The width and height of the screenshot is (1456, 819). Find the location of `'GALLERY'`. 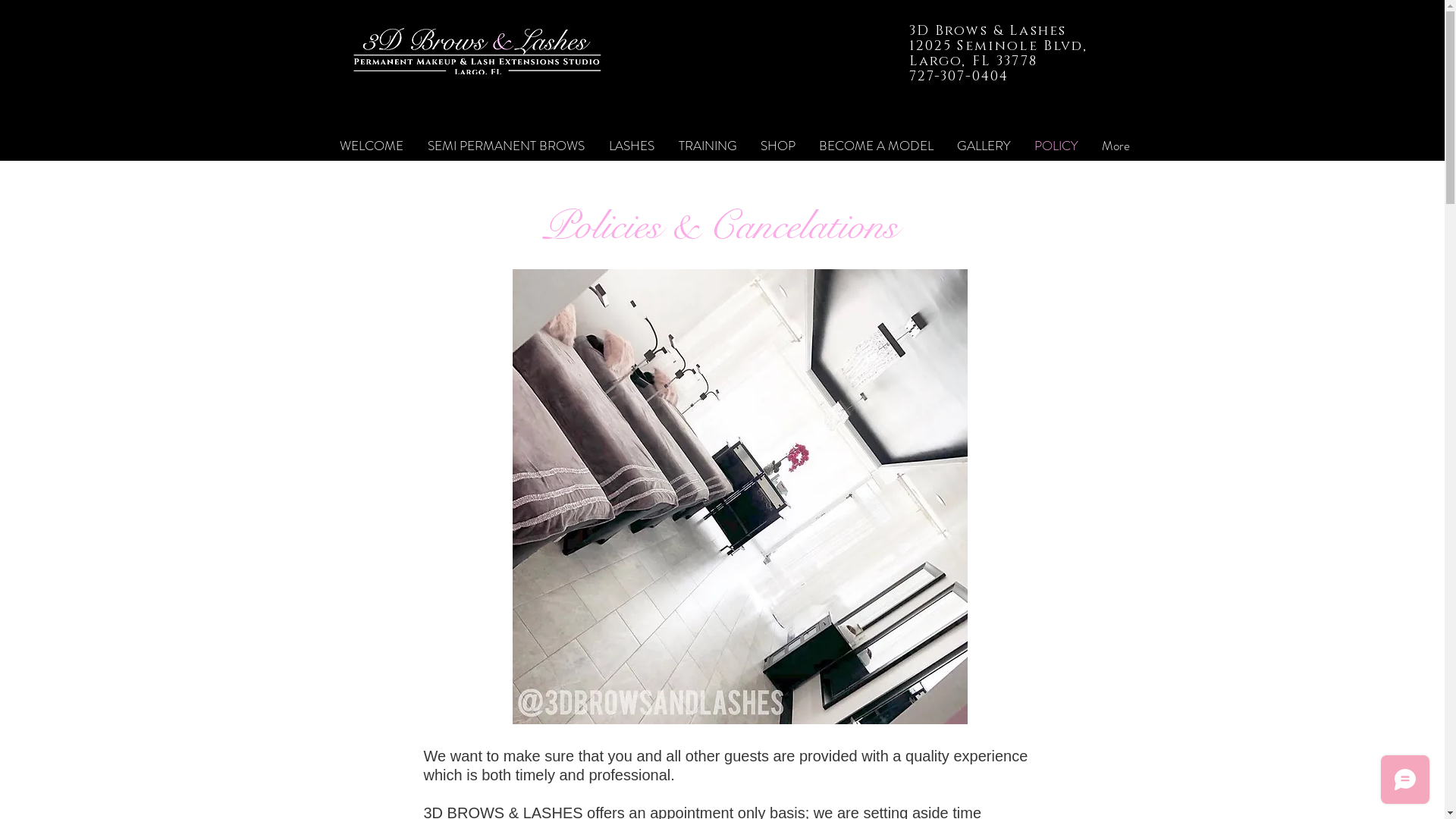

'GALLERY' is located at coordinates (983, 146).